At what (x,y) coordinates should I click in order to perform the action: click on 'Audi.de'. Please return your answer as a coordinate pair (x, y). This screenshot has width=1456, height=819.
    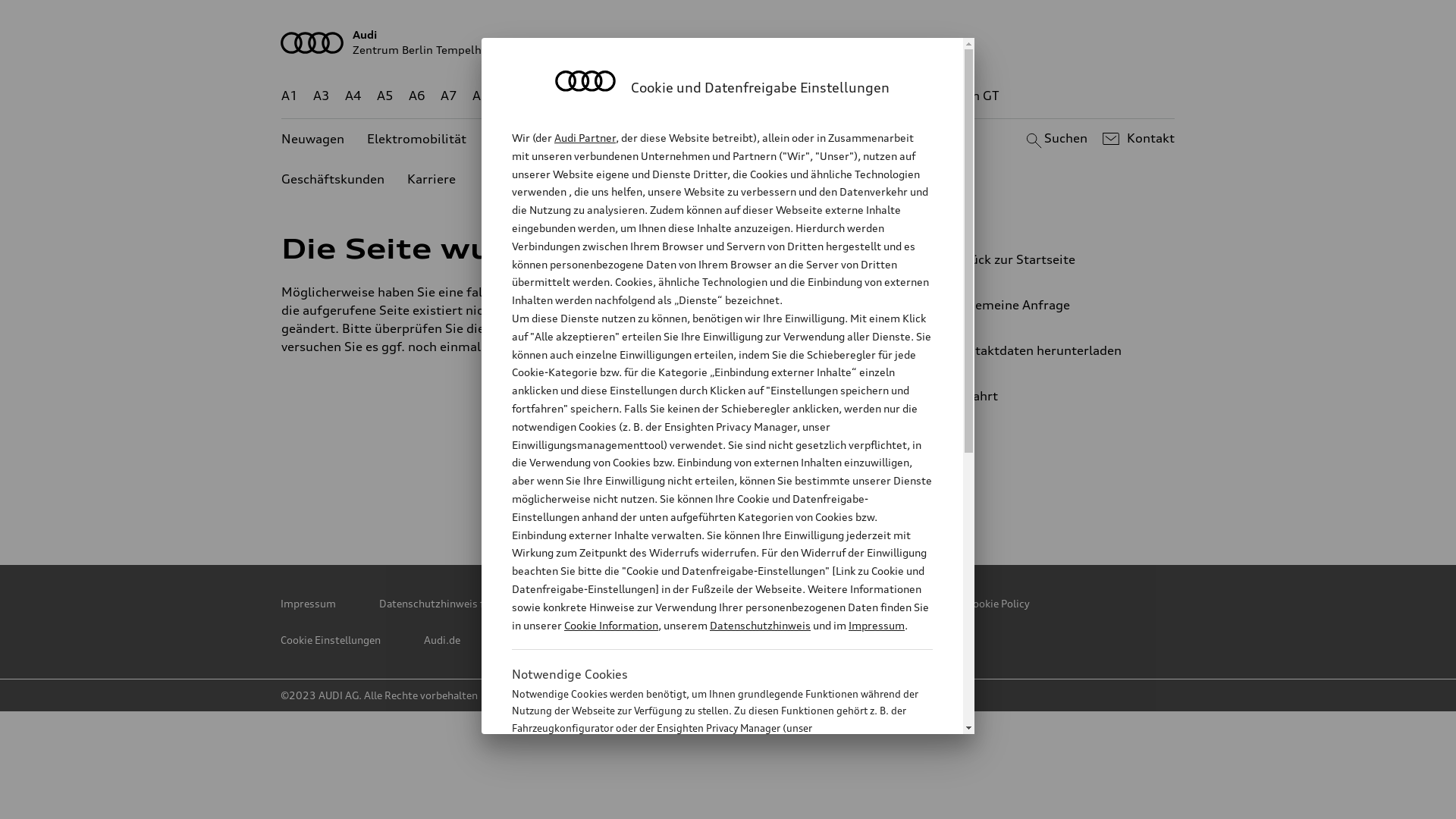
    Looking at the image, I should click on (423, 640).